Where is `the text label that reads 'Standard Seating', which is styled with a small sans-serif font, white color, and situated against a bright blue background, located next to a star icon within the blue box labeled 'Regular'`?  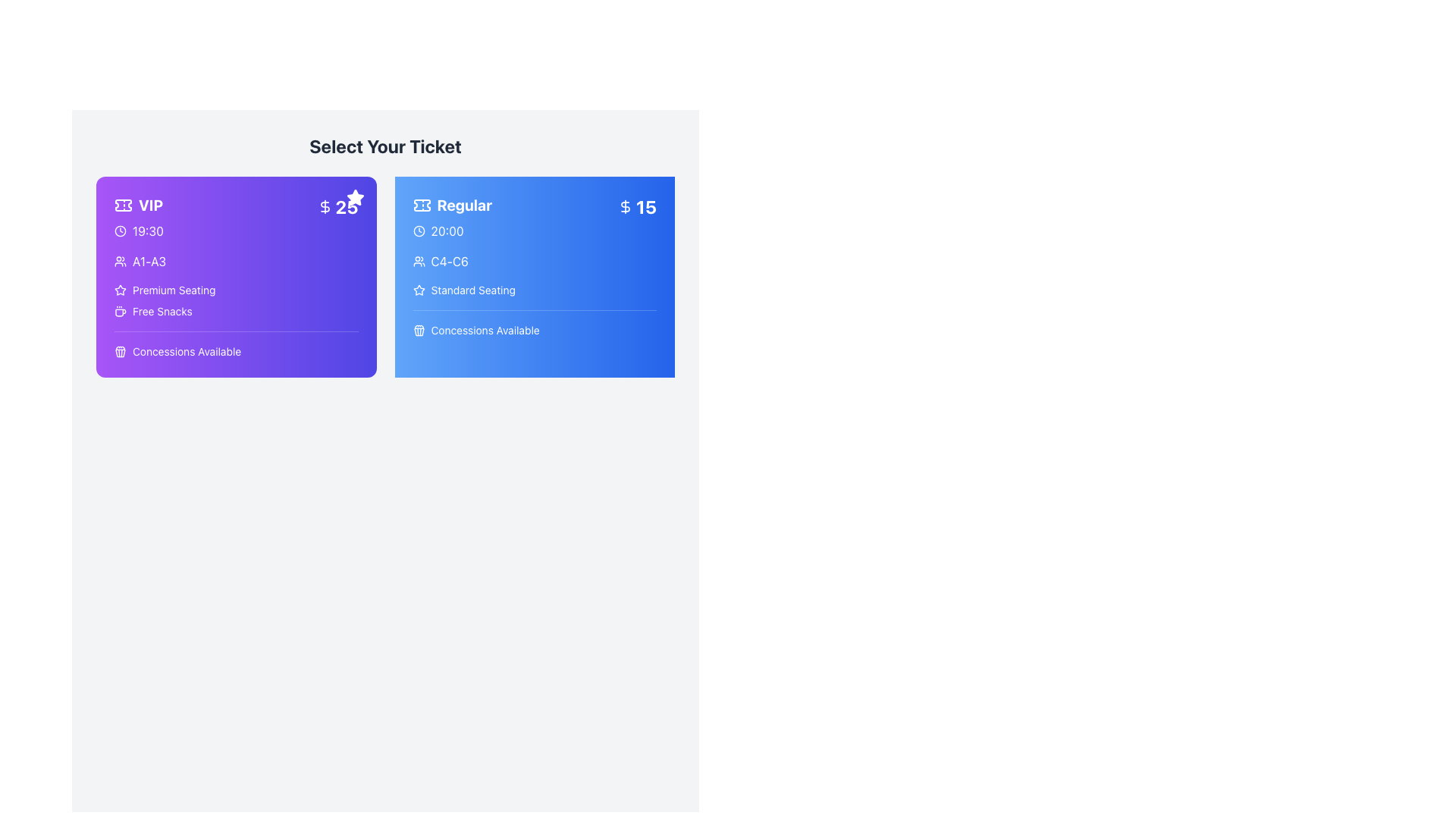
the text label that reads 'Standard Seating', which is styled with a small sans-serif font, white color, and situated against a bright blue background, located next to a star icon within the blue box labeled 'Regular' is located at coordinates (472, 290).